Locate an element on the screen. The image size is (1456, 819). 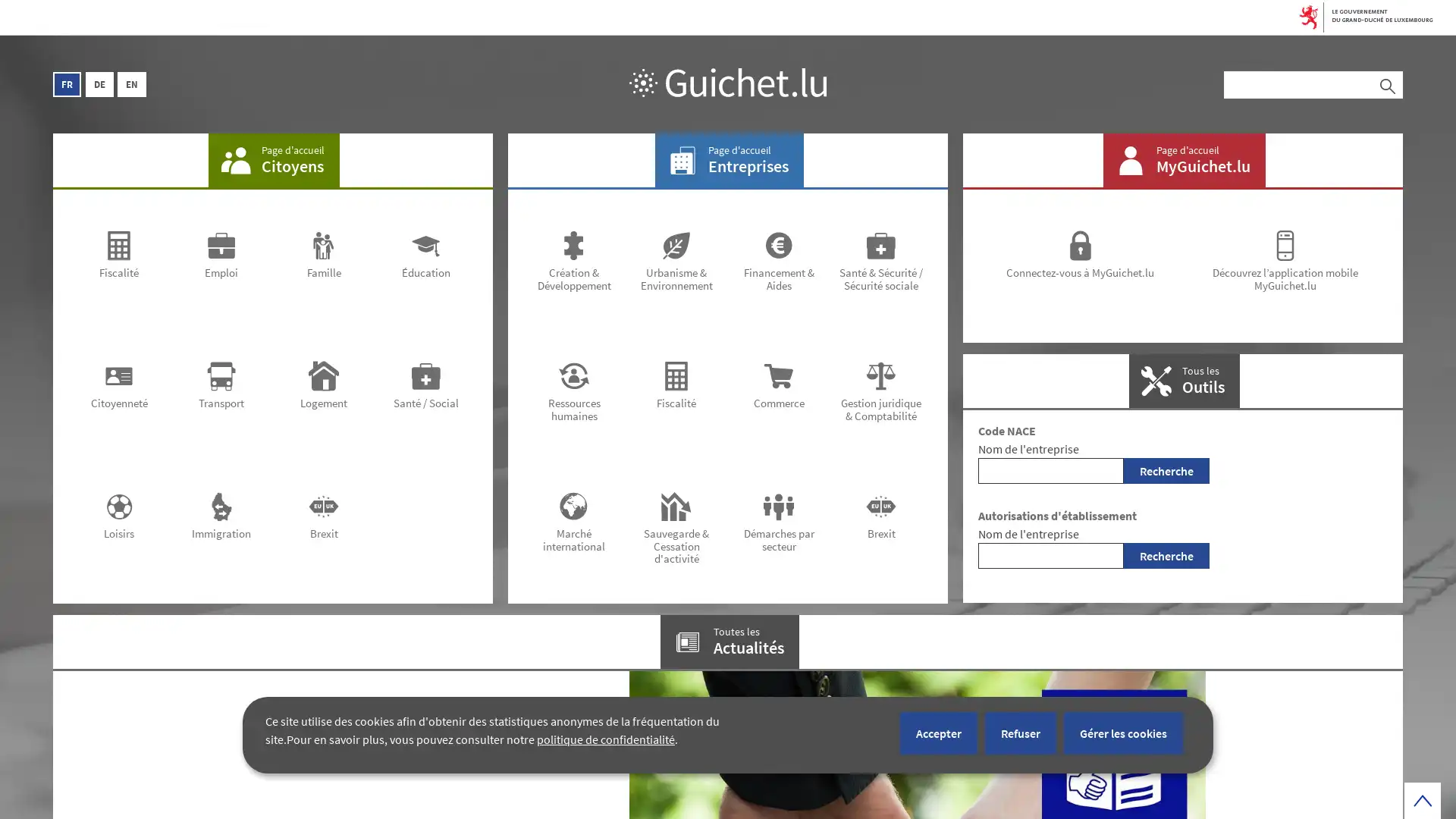
Accepter is located at coordinates (938, 733).